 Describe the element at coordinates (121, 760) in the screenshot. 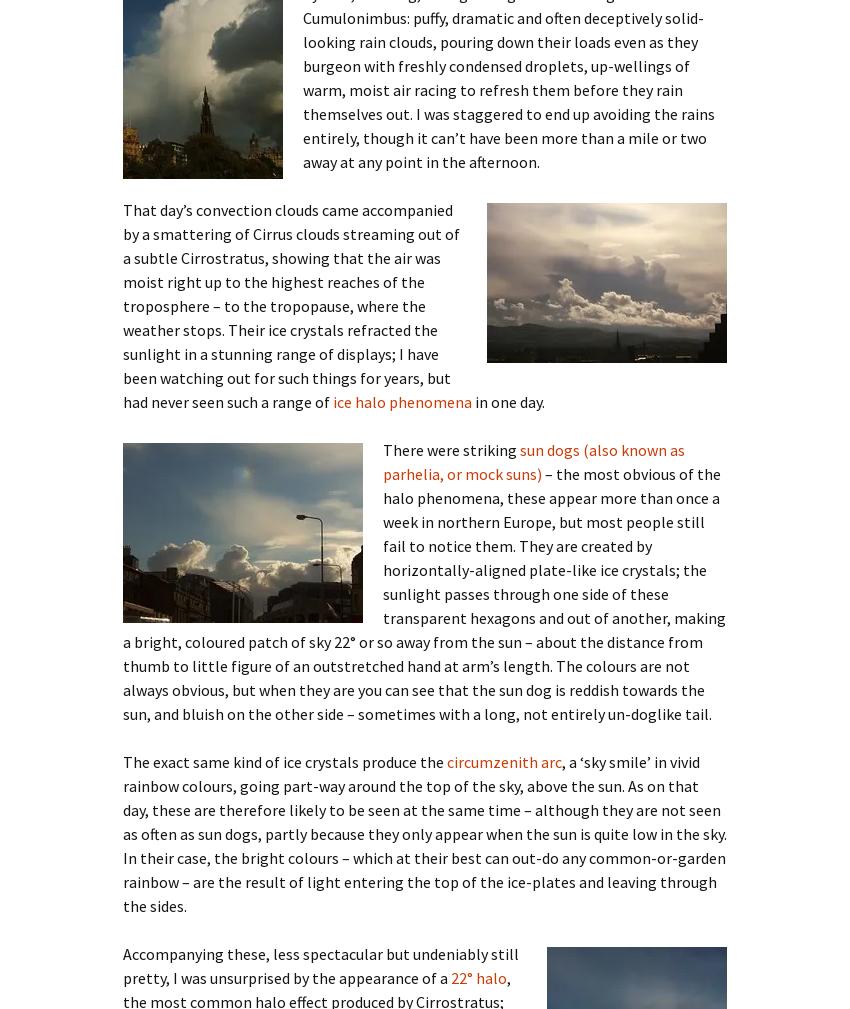

I see `'The exact same kind of ice crystals produce the'` at that location.